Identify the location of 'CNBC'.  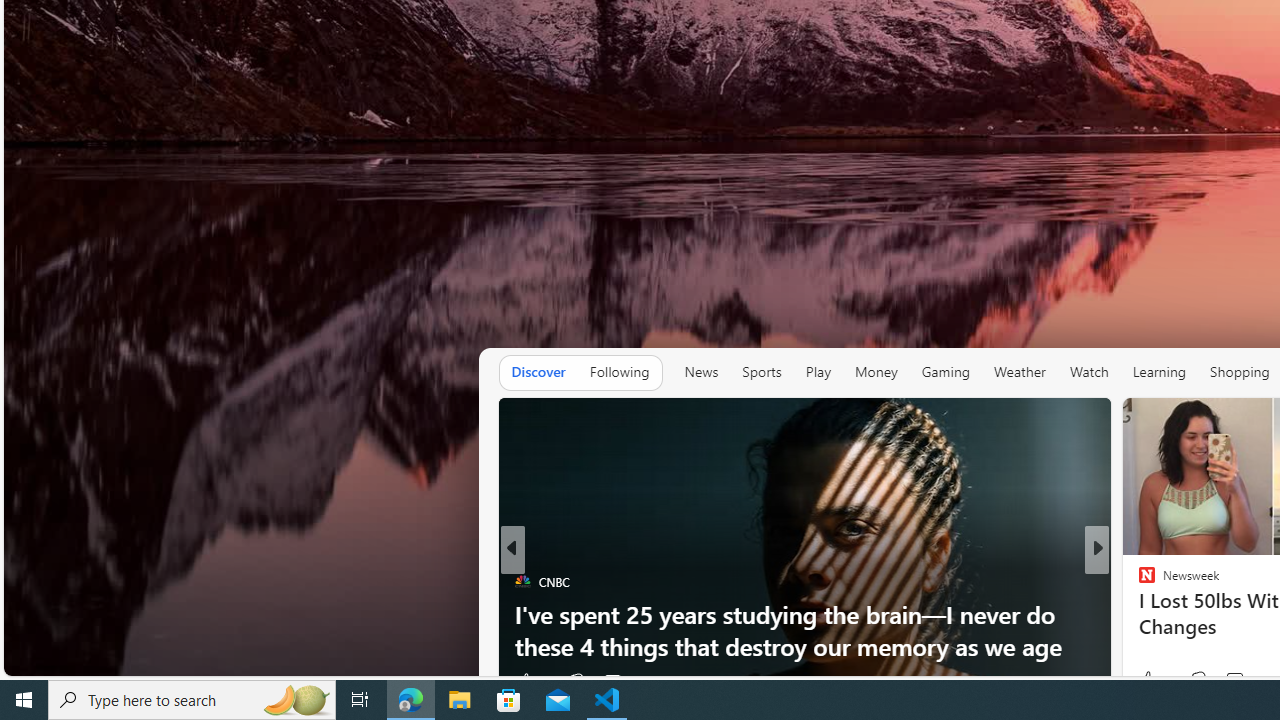
(522, 581).